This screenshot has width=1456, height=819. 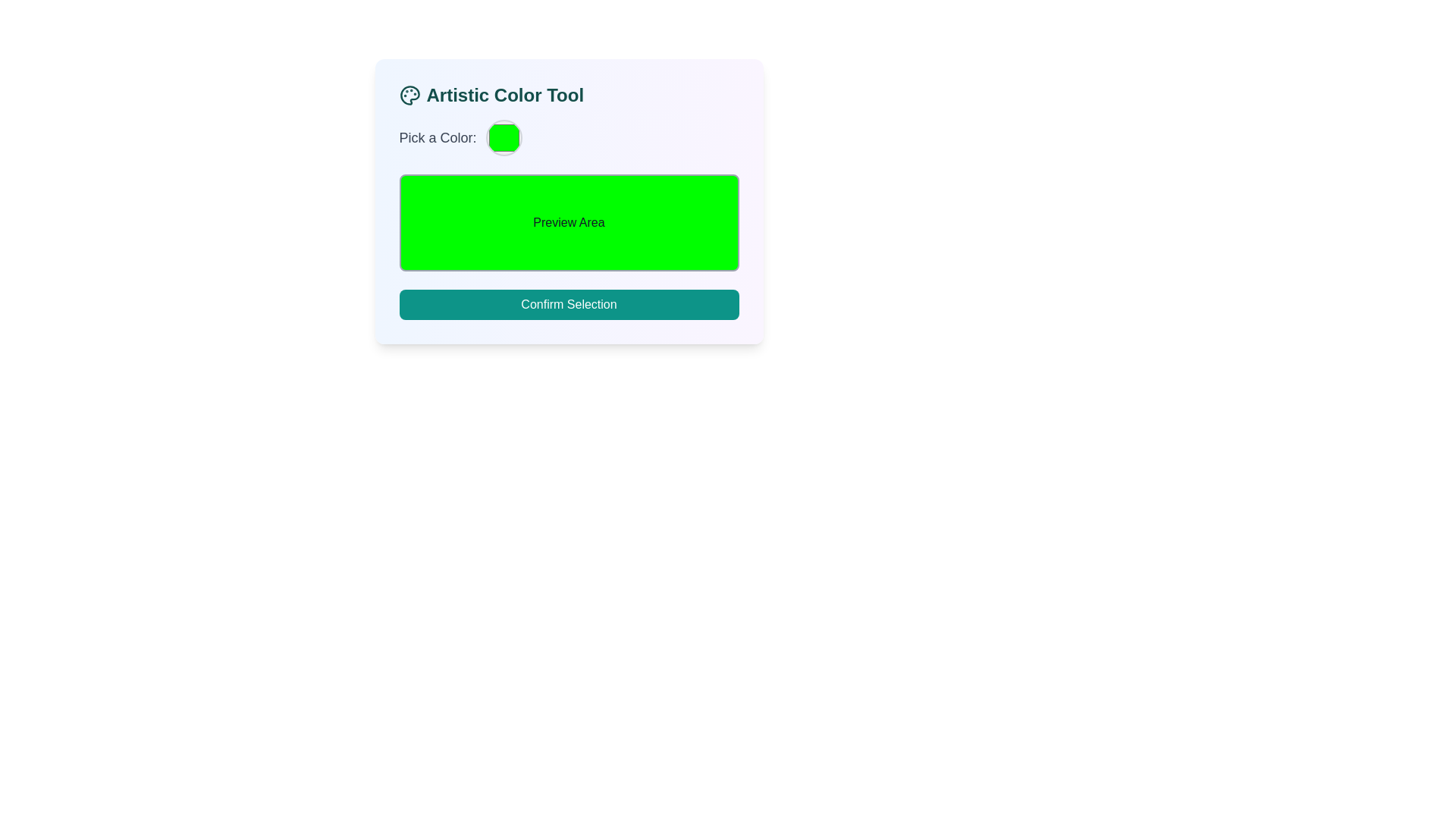 What do you see at coordinates (568, 222) in the screenshot?
I see `the Static Text Label that indicates the purpose of the preview display section, which is centrally positioned within a large green rectangle with rounded corners` at bounding box center [568, 222].